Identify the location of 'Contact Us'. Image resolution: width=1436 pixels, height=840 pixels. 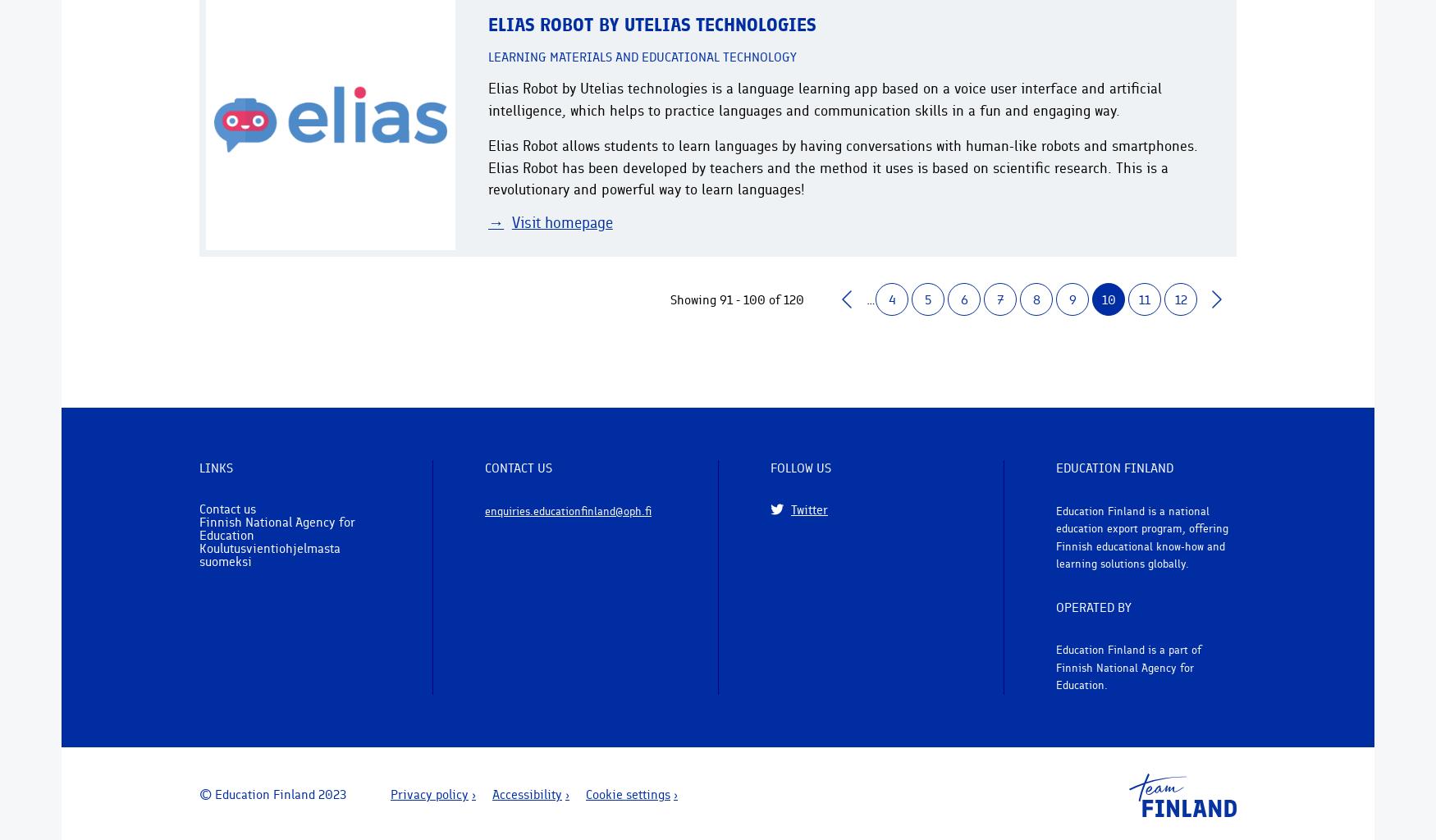
(517, 467).